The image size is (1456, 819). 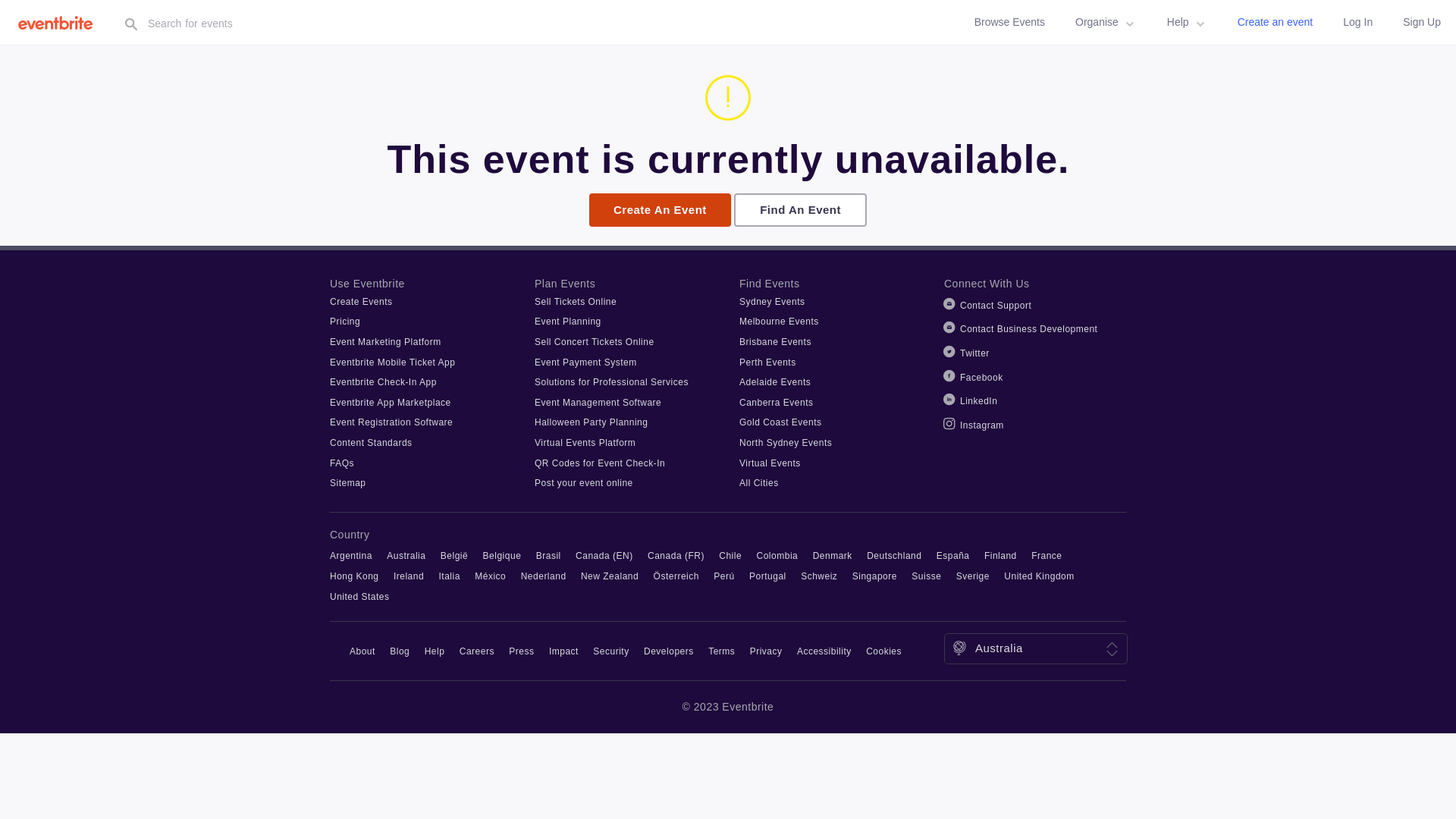 I want to click on 'Deutschland', so click(x=894, y=555).